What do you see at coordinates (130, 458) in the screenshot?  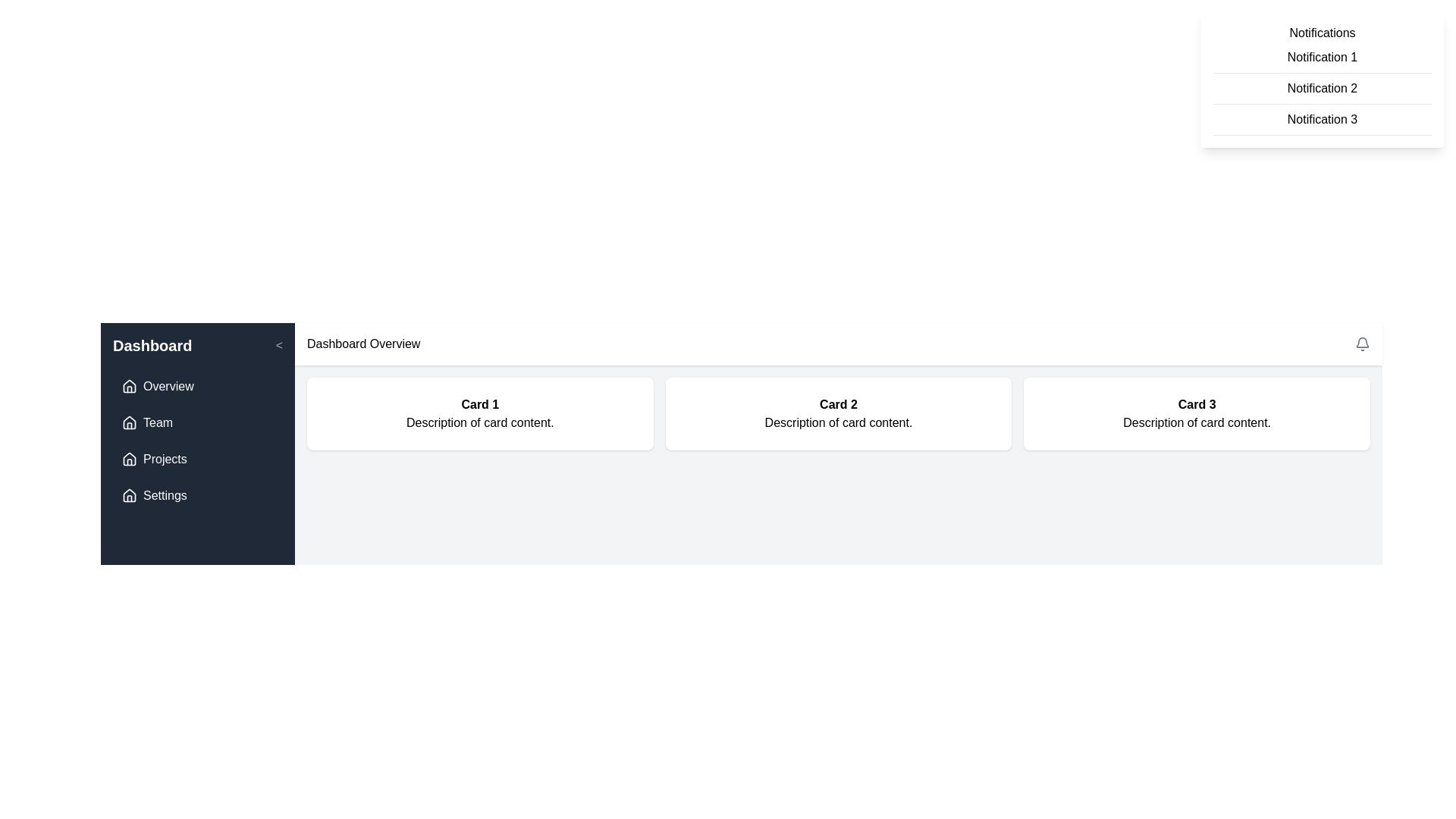 I see `the roof shape of the house icon in the sidebar, located next to the 'Overview' label` at bounding box center [130, 458].